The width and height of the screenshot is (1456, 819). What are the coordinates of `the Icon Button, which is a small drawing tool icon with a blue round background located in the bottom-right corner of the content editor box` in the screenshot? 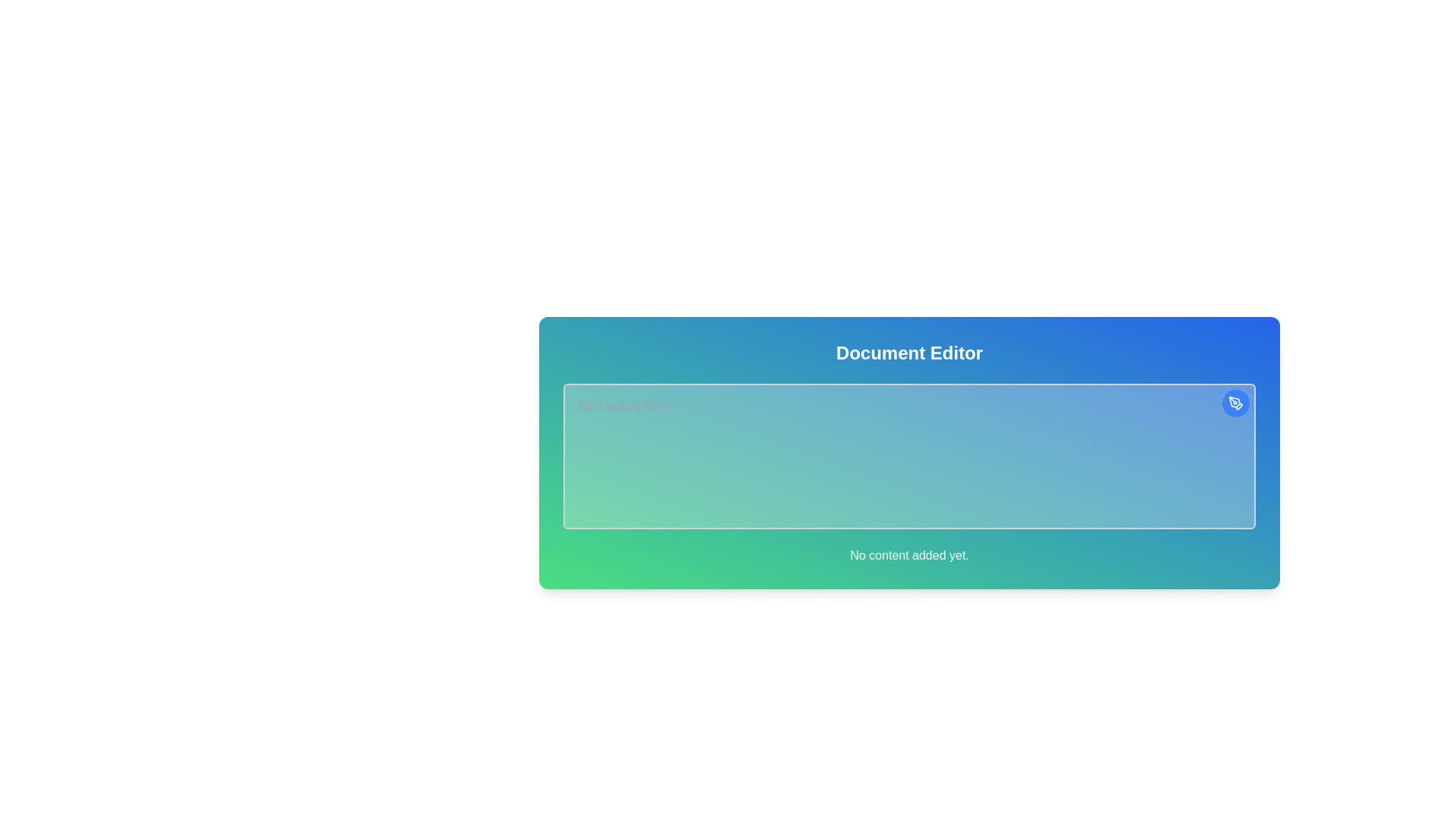 It's located at (1236, 403).